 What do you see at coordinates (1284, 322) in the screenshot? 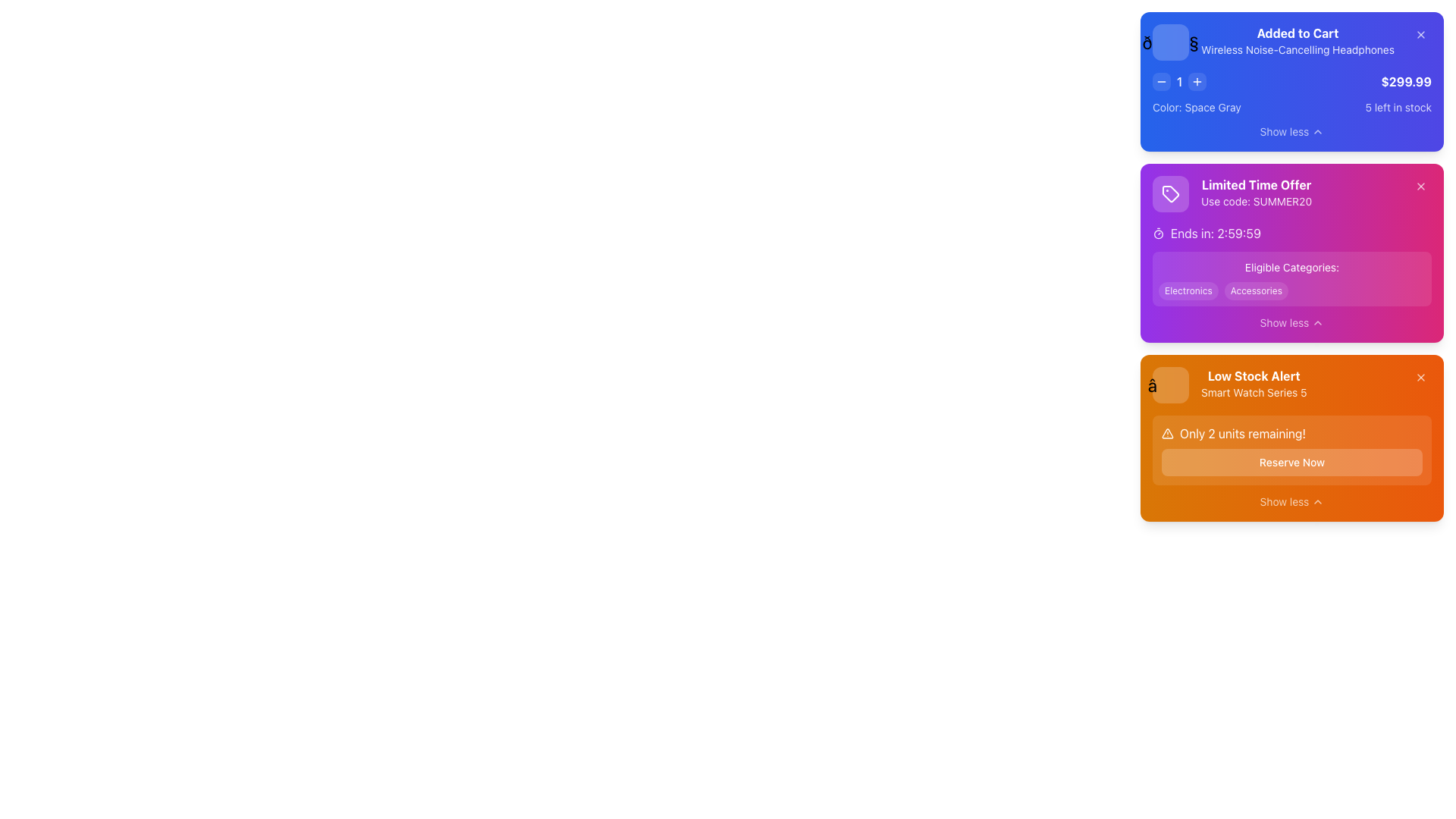
I see `the 'Show less' text label, which is displayed in white font on a gradient purple background` at bounding box center [1284, 322].